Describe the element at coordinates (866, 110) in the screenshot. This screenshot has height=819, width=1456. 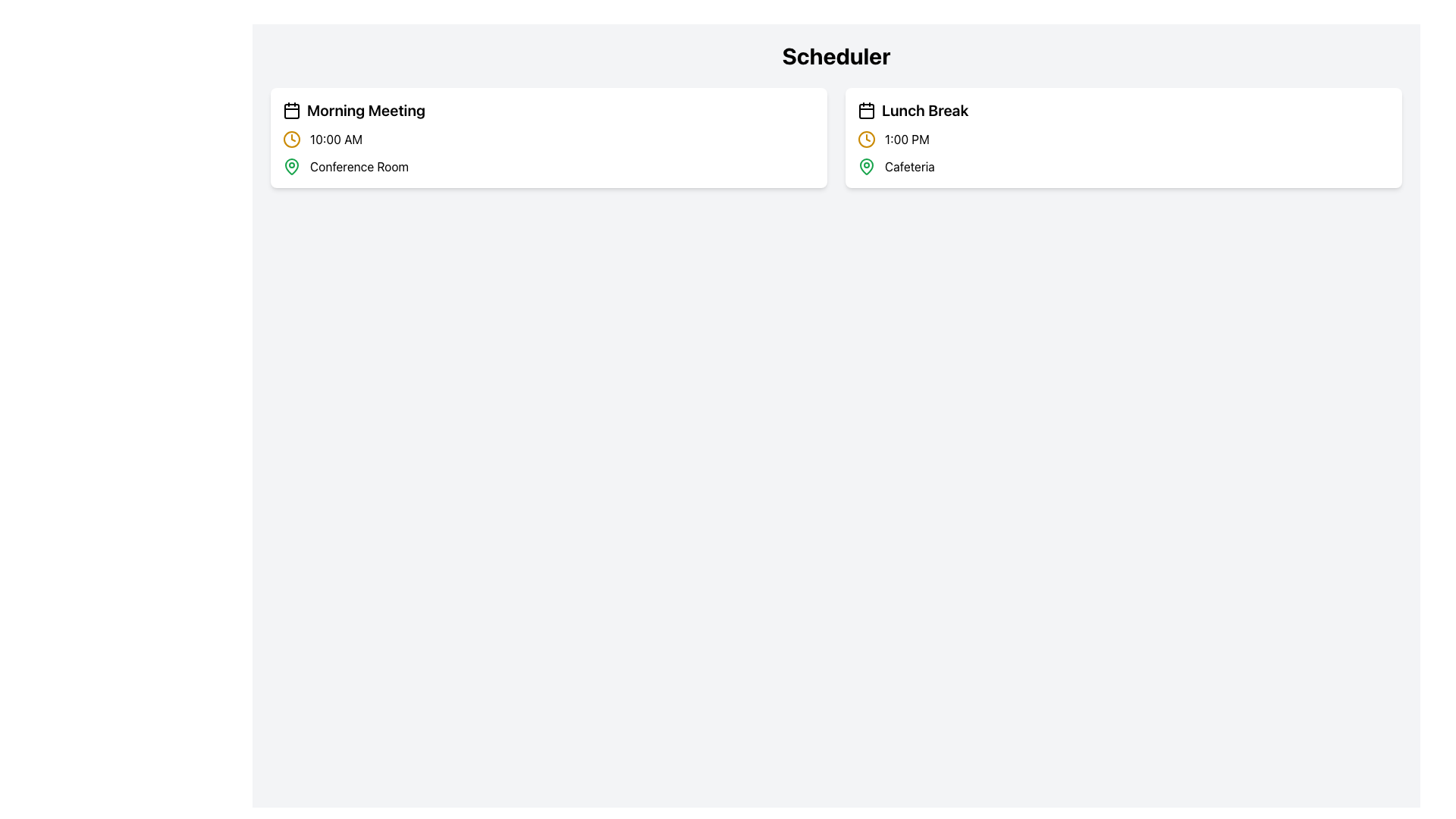
I see `the calendar icon located within the 'Lunch Break' card, which serves as a visual indicator for the 'Lunch Break' event` at that location.